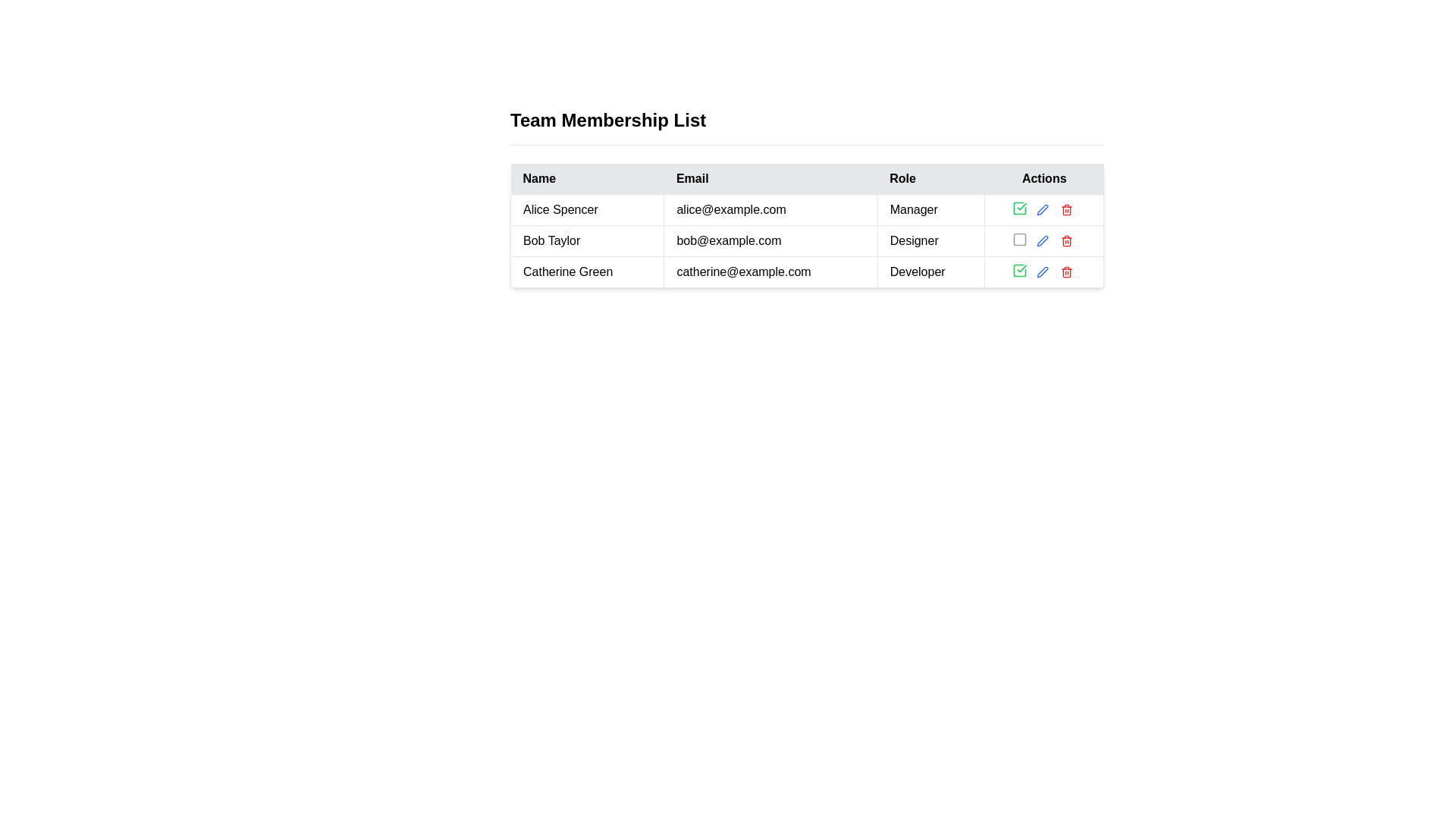 Image resolution: width=1456 pixels, height=819 pixels. I want to click on the first action icon in the actions column for the row representing 'Bob Taylor', so click(1020, 239).